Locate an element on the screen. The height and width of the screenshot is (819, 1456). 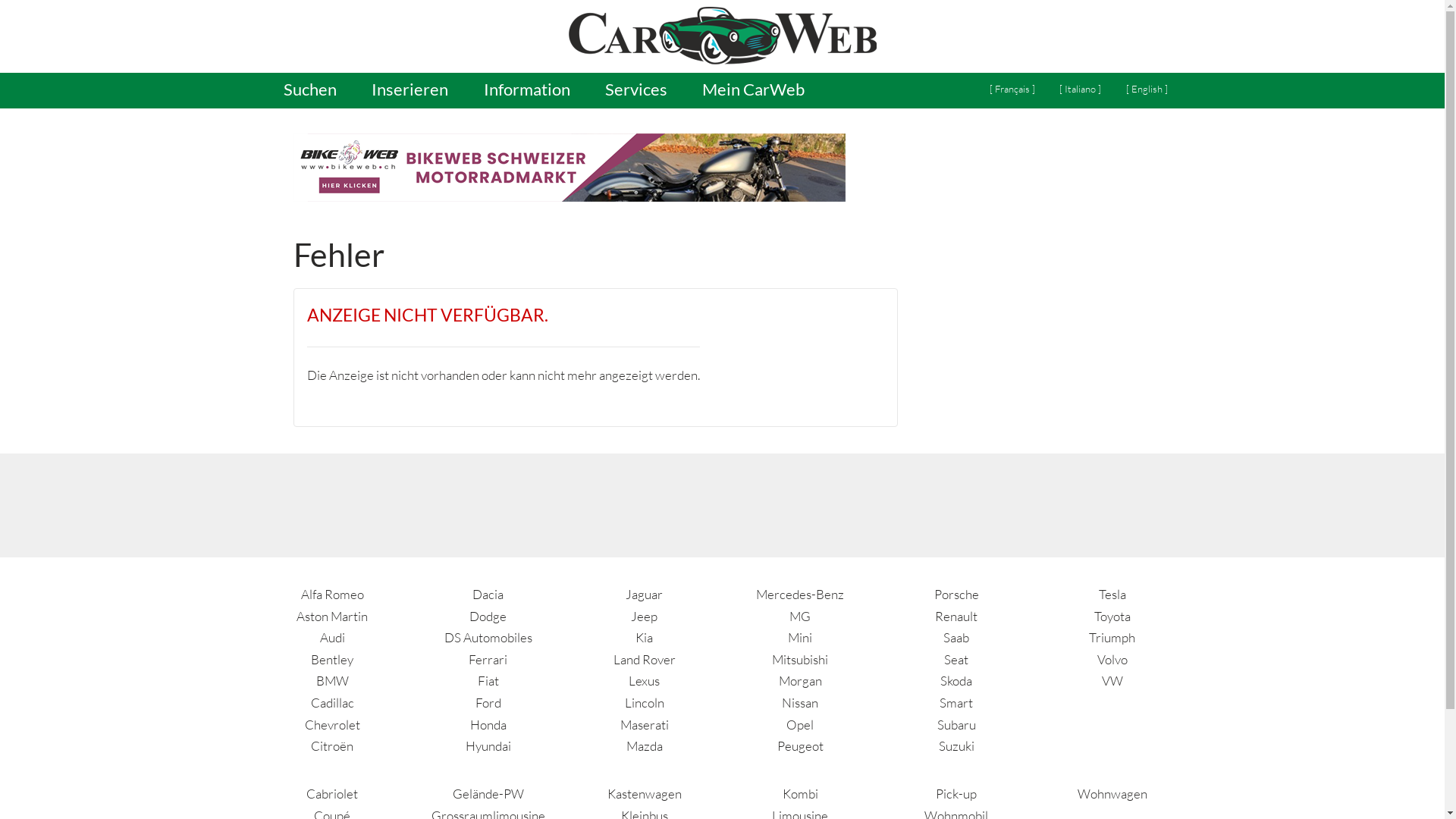
'Ferrari' is located at coordinates (468, 658).